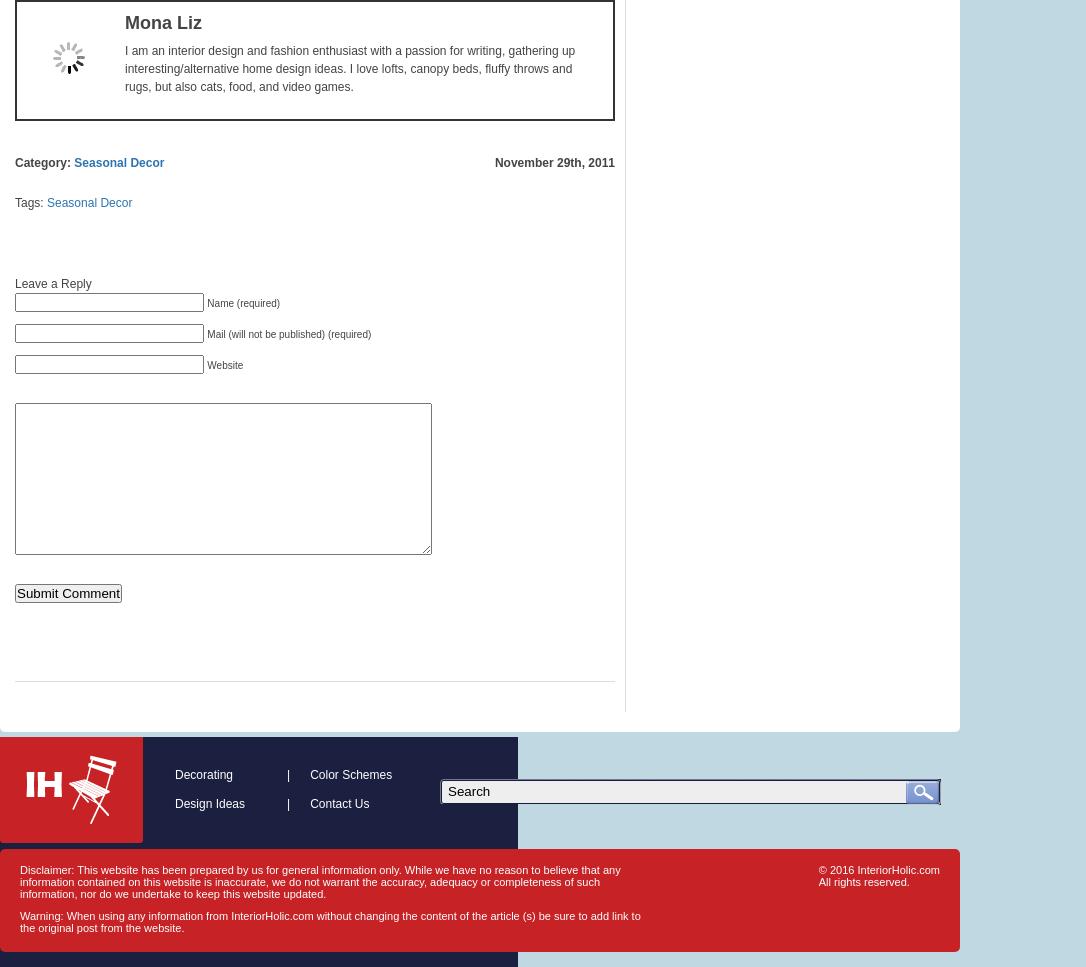  I want to click on 'Mail (will not be published) (required)', so click(287, 334).